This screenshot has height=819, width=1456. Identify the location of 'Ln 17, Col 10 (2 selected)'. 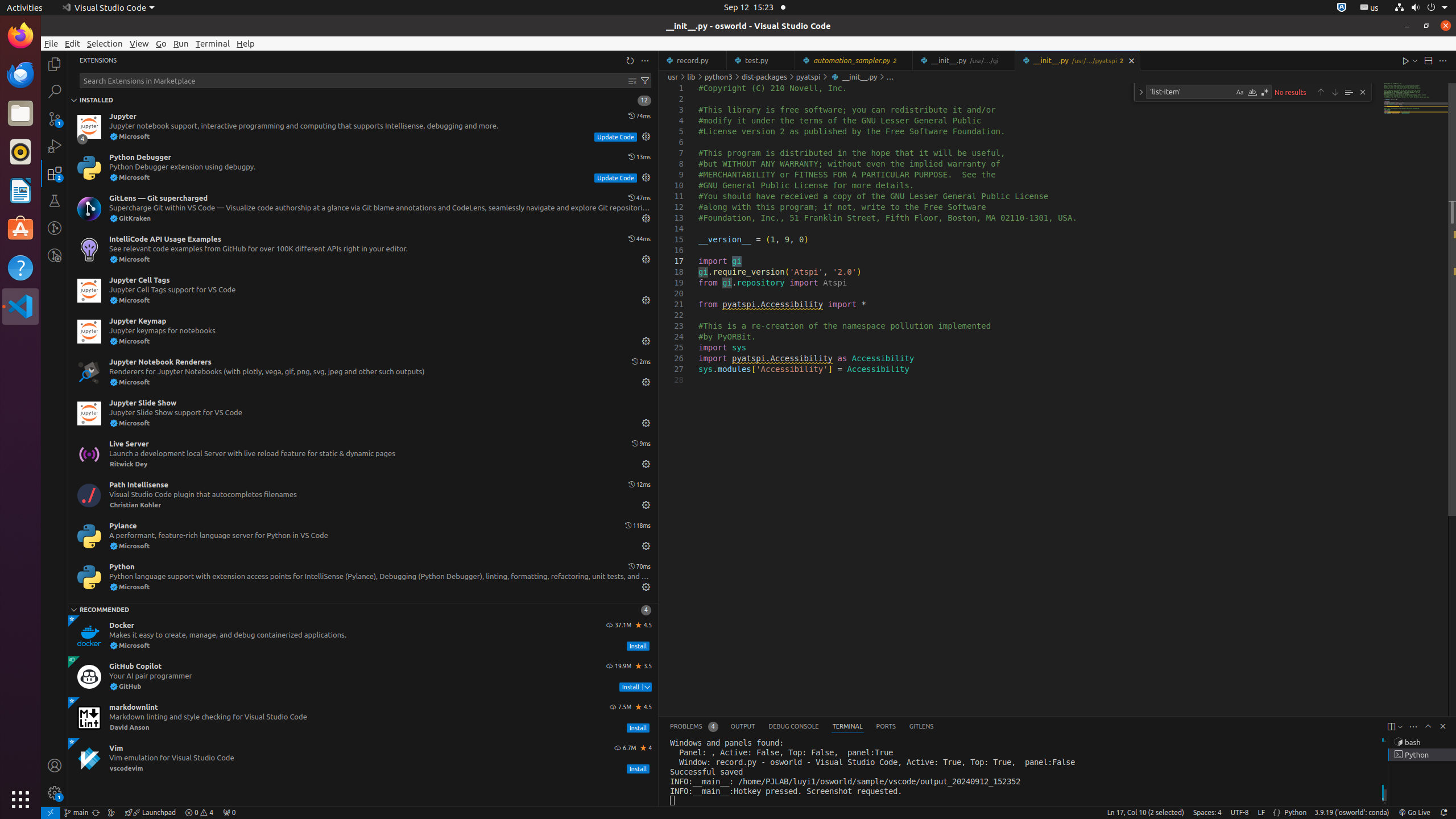
(1145, 812).